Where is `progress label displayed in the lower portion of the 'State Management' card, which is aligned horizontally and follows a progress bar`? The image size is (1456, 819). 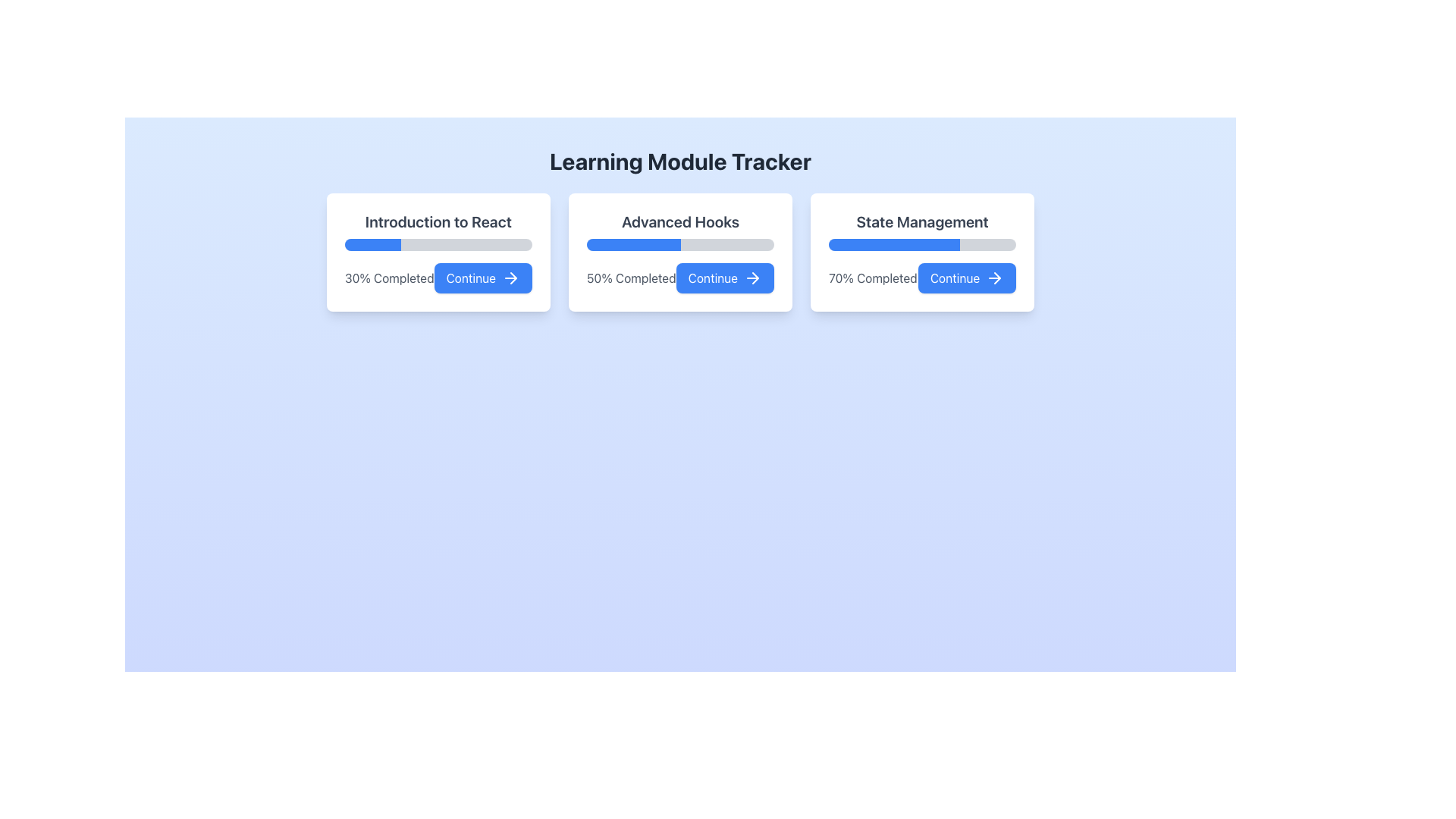 progress label displayed in the lower portion of the 'State Management' card, which is aligned horizontally and follows a progress bar is located at coordinates (921, 278).